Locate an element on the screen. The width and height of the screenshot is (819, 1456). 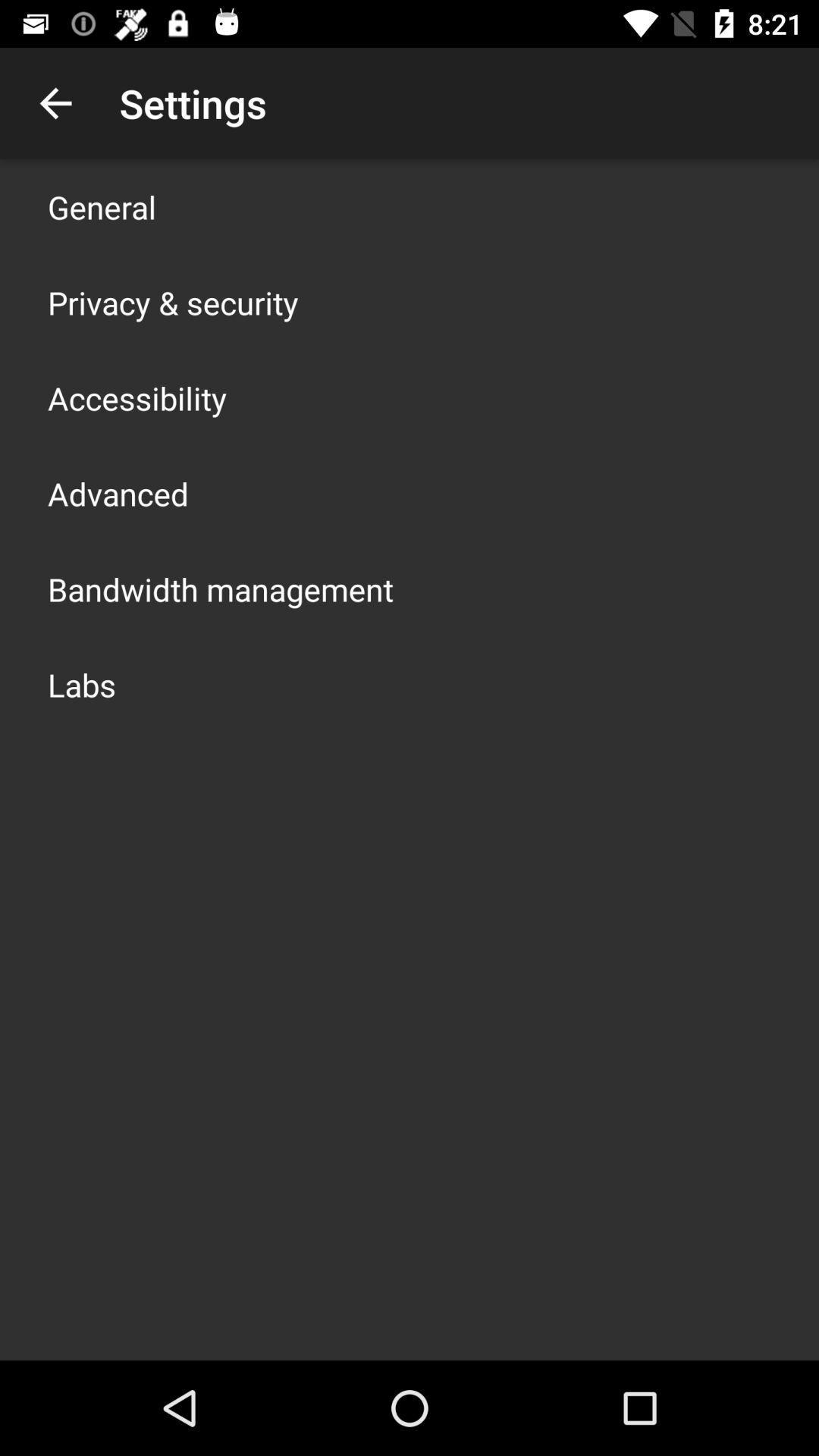
labs app is located at coordinates (82, 683).